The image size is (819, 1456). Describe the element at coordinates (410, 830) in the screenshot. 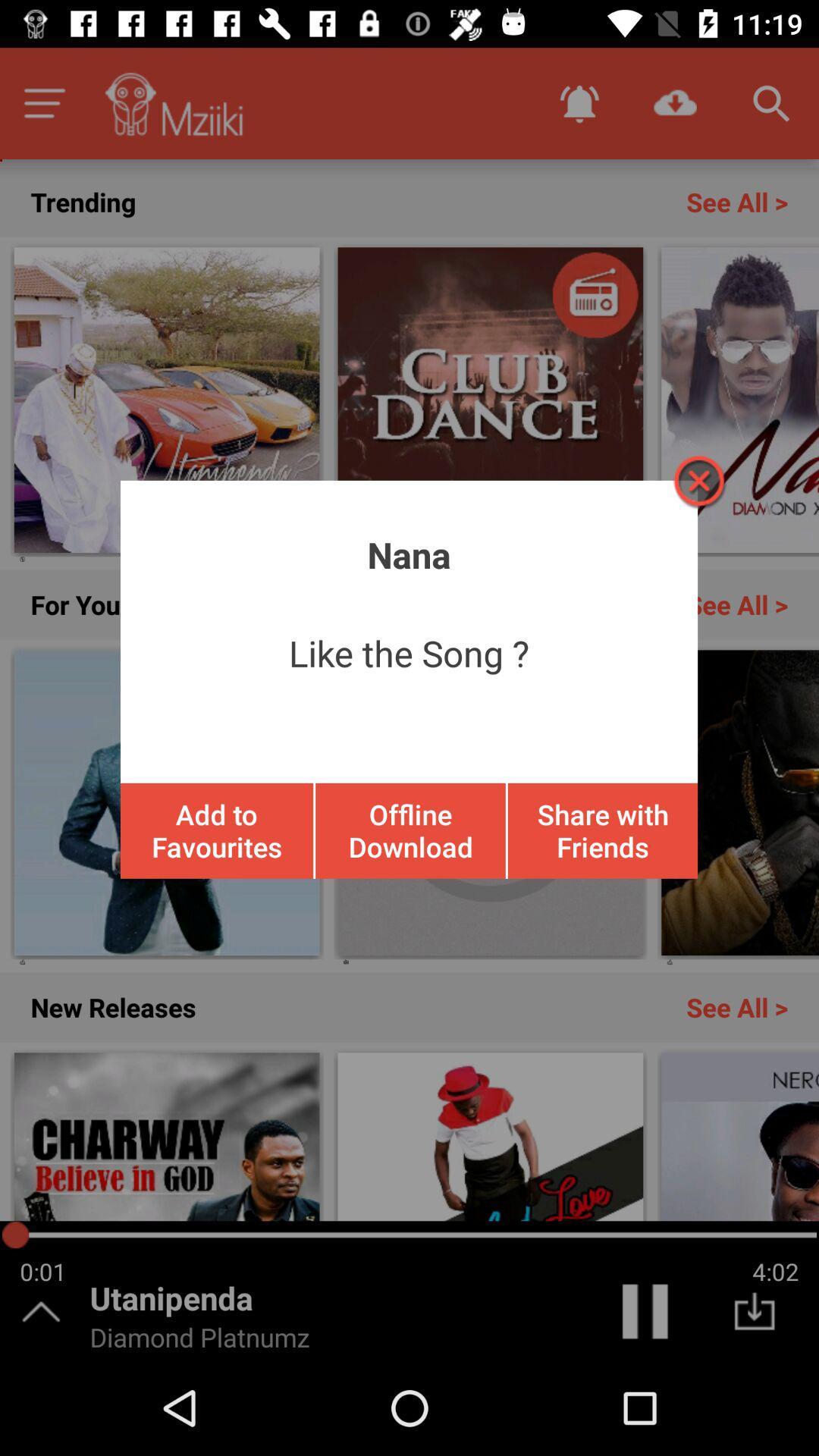

I see `the item next to add to favourites` at that location.